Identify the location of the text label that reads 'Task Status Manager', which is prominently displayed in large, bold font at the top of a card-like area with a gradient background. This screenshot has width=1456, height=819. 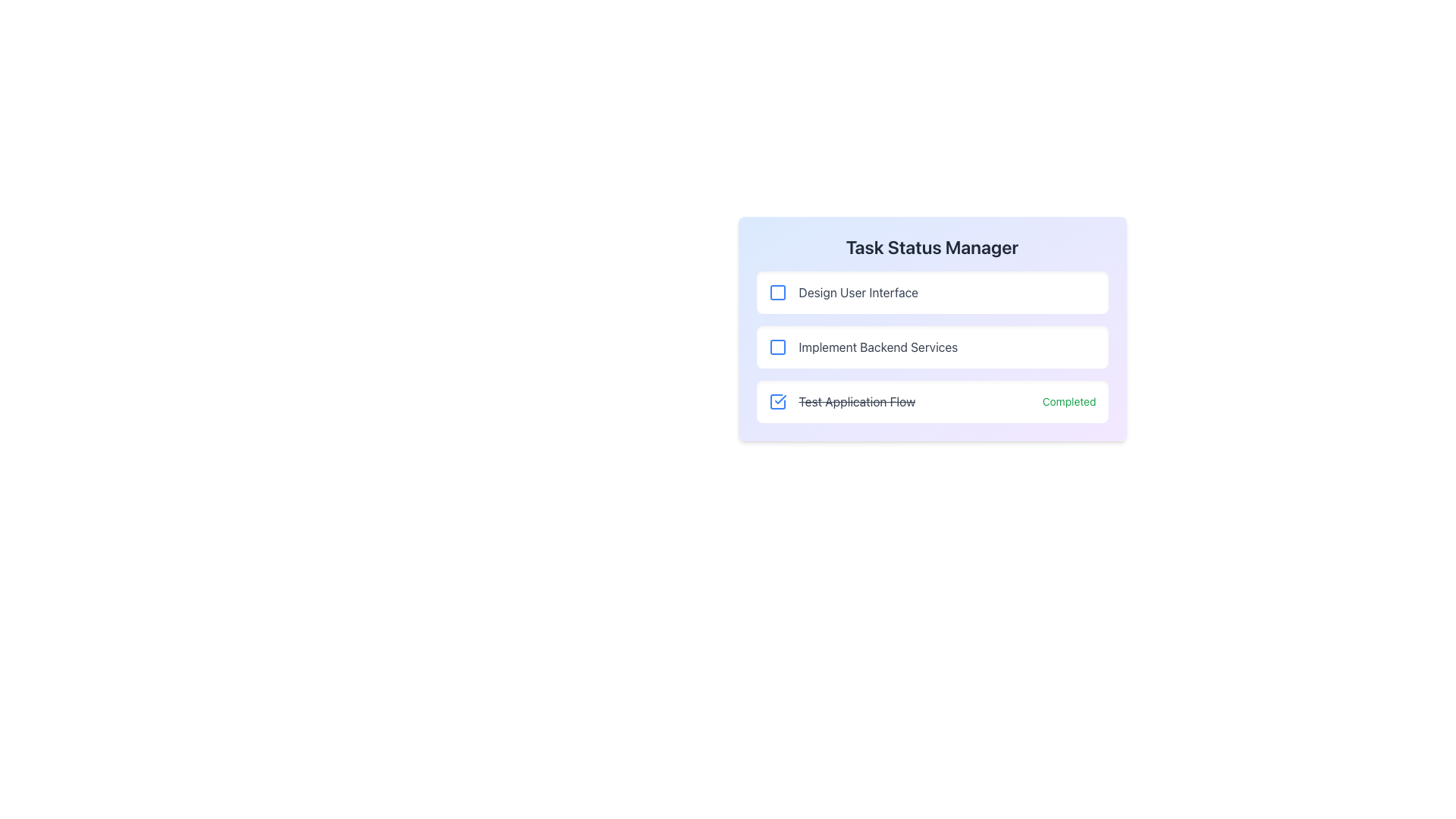
(931, 246).